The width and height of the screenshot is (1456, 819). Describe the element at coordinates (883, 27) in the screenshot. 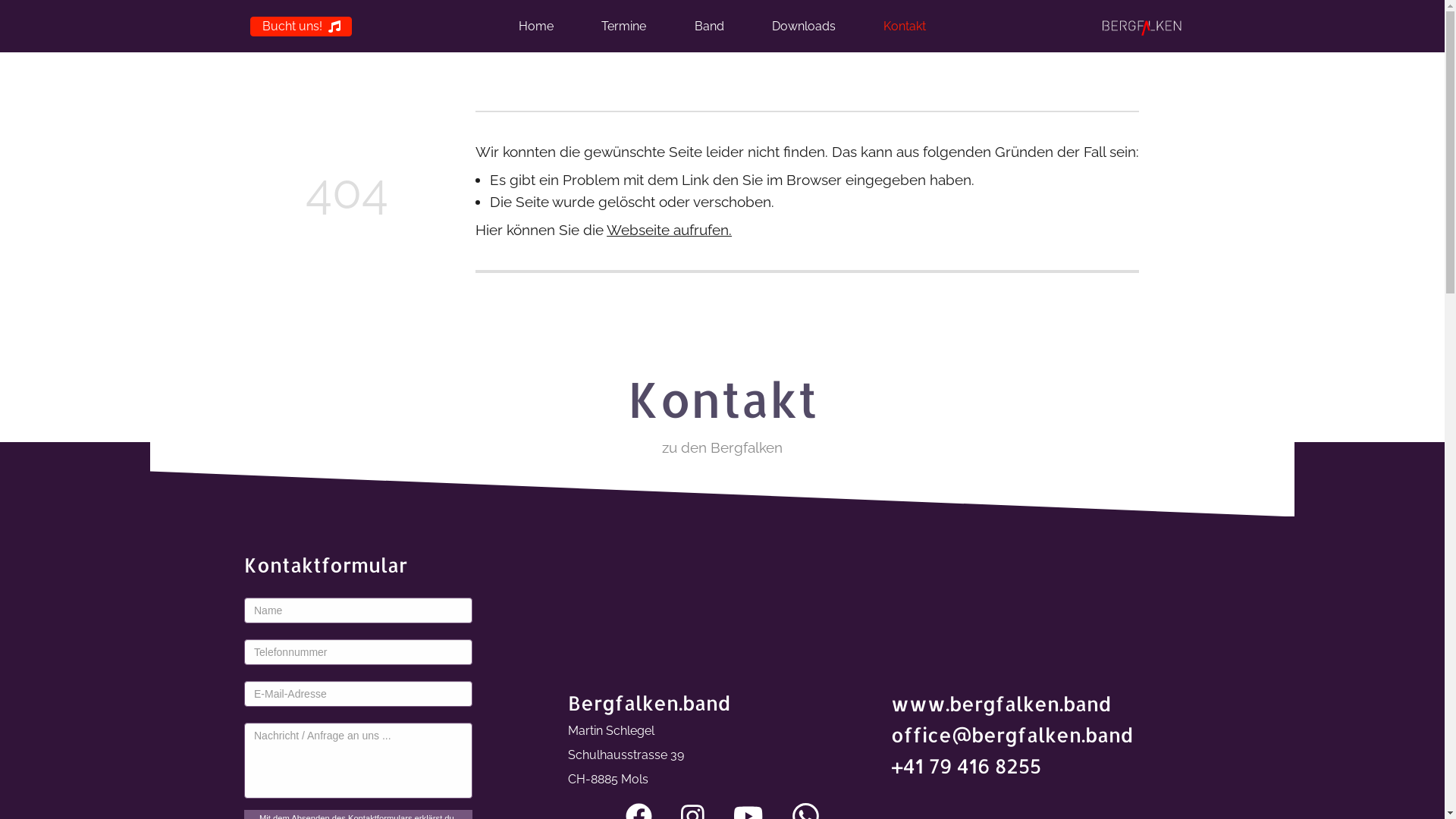

I see `'Kontakt'` at that location.